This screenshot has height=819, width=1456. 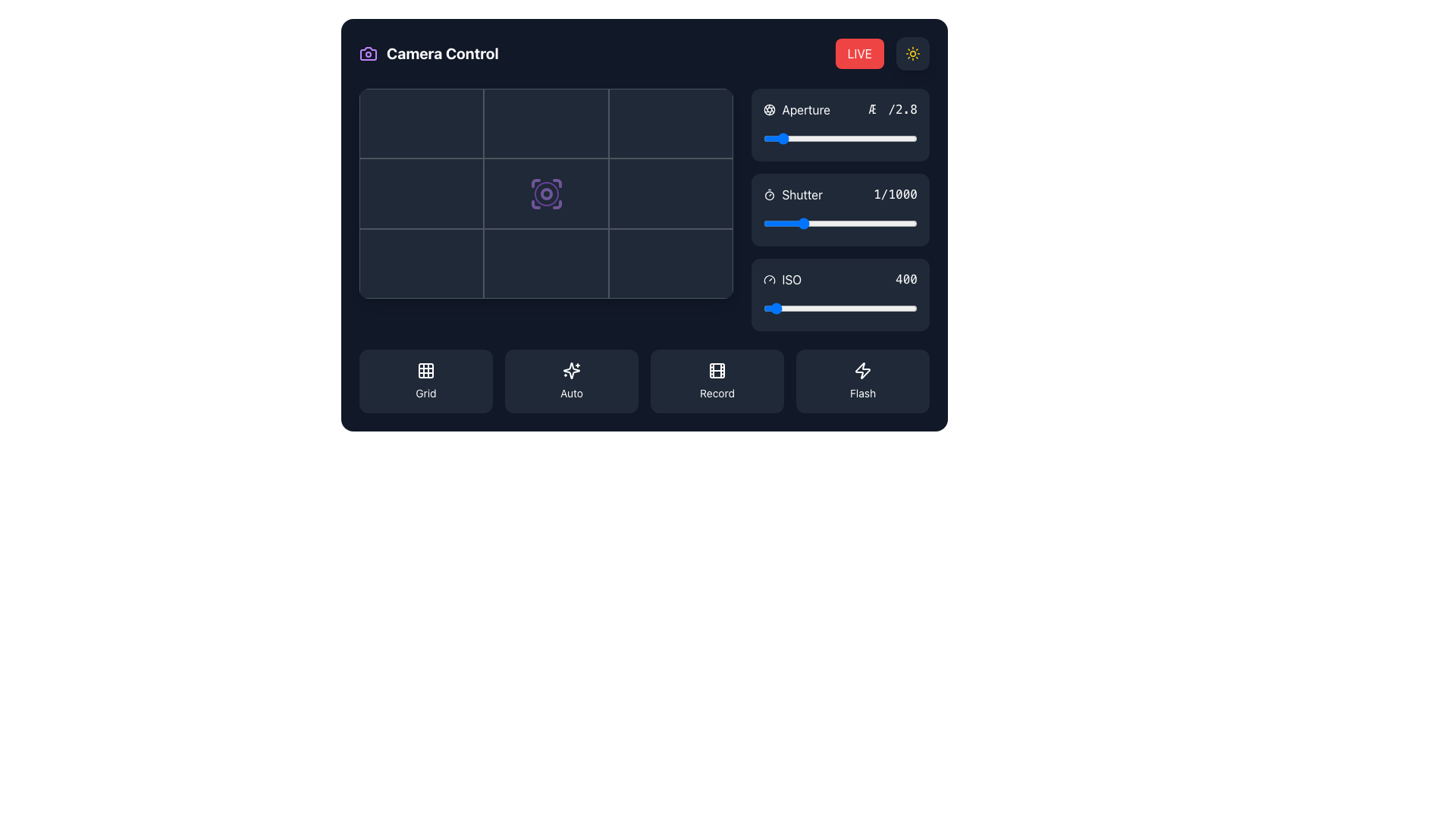 What do you see at coordinates (862, 380) in the screenshot?
I see `the rectangular button with a dark background containing a lightning bolt icon and the text 'Flash'` at bounding box center [862, 380].